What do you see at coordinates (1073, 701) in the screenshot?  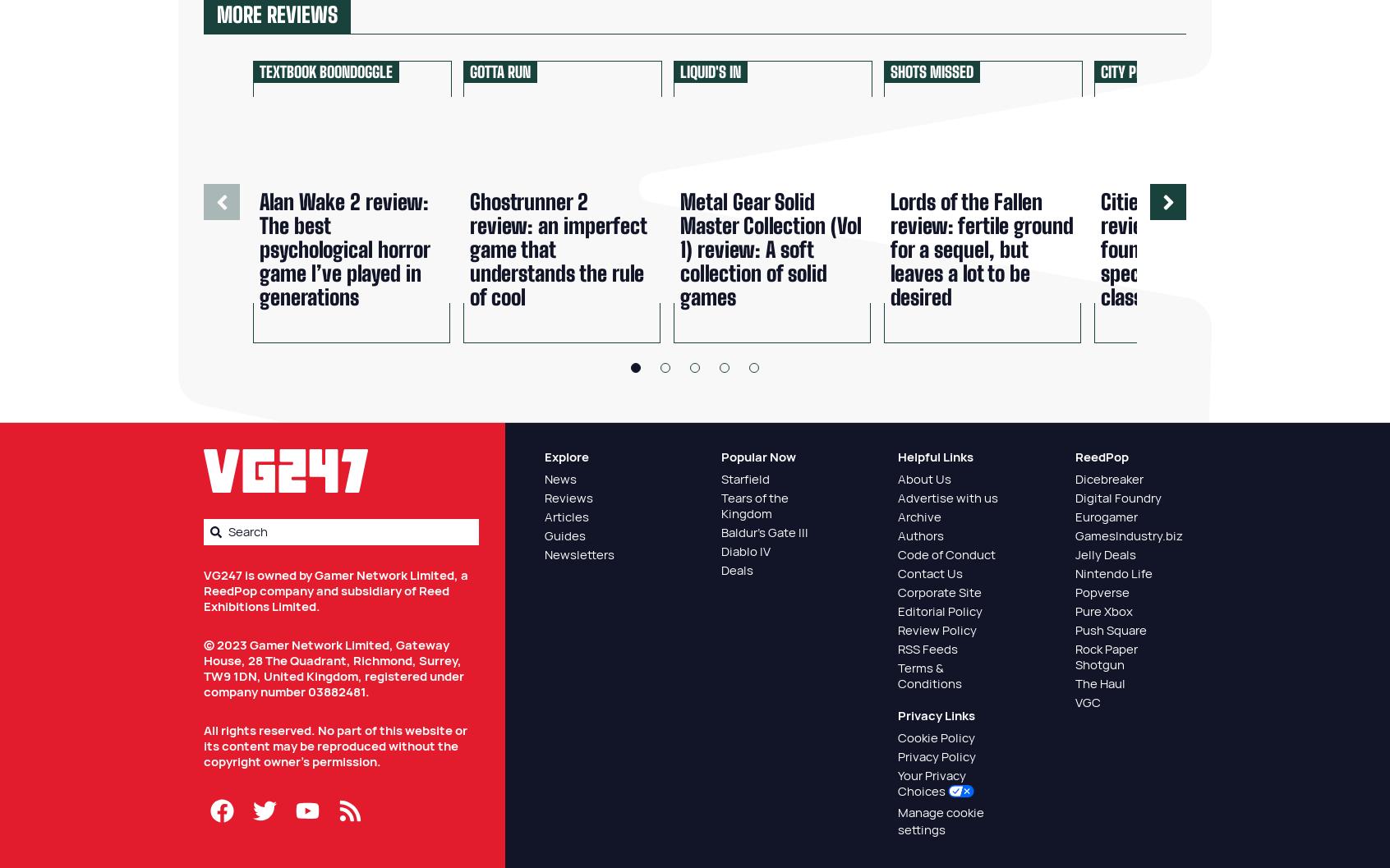 I see `'VGC'` at bounding box center [1073, 701].